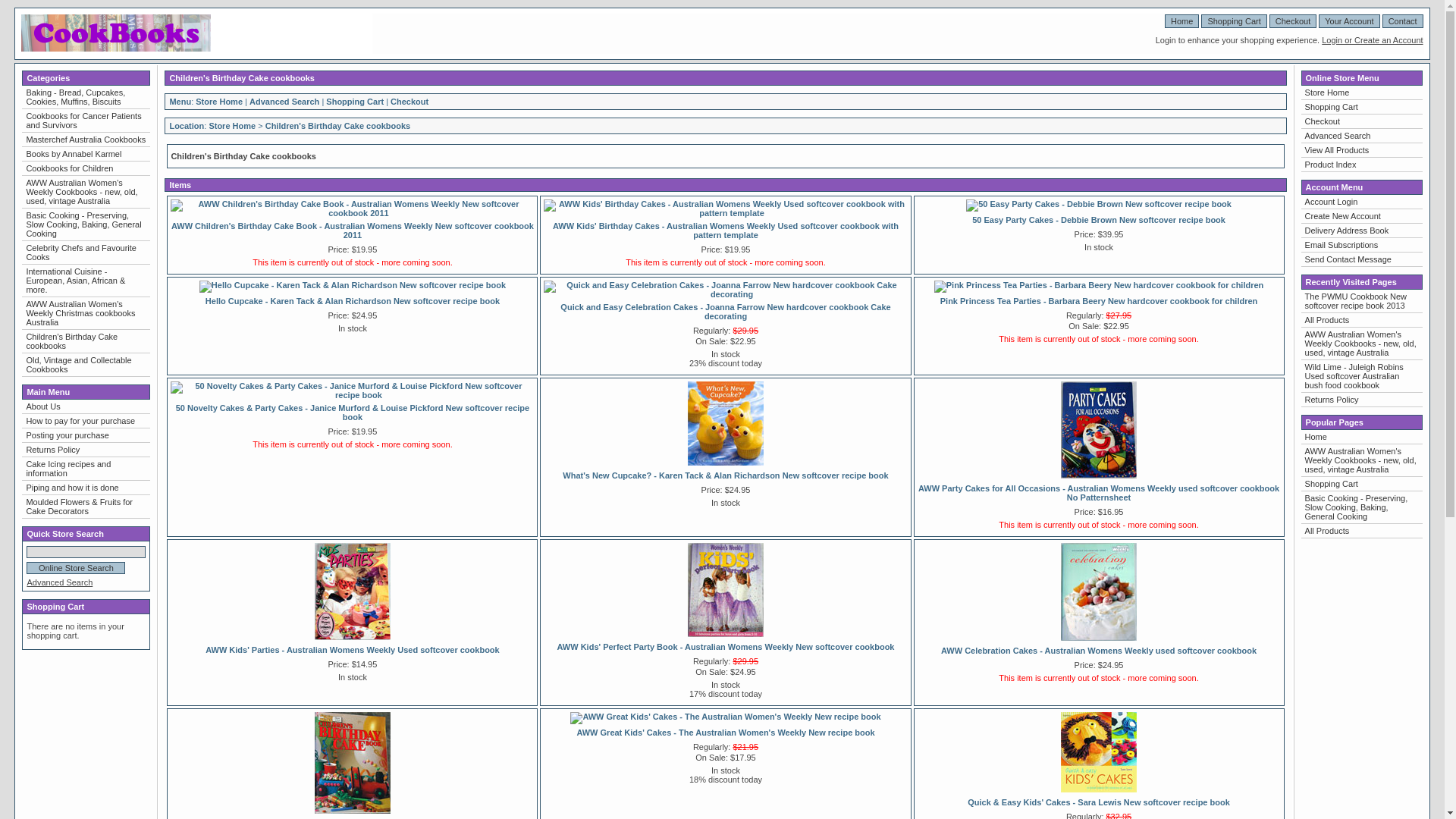 This screenshot has width=1456, height=819. What do you see at coordinates (1361, 231) in the screenshot?
I see `'Delivery Address Book'` at bounding box center [1361, 231].